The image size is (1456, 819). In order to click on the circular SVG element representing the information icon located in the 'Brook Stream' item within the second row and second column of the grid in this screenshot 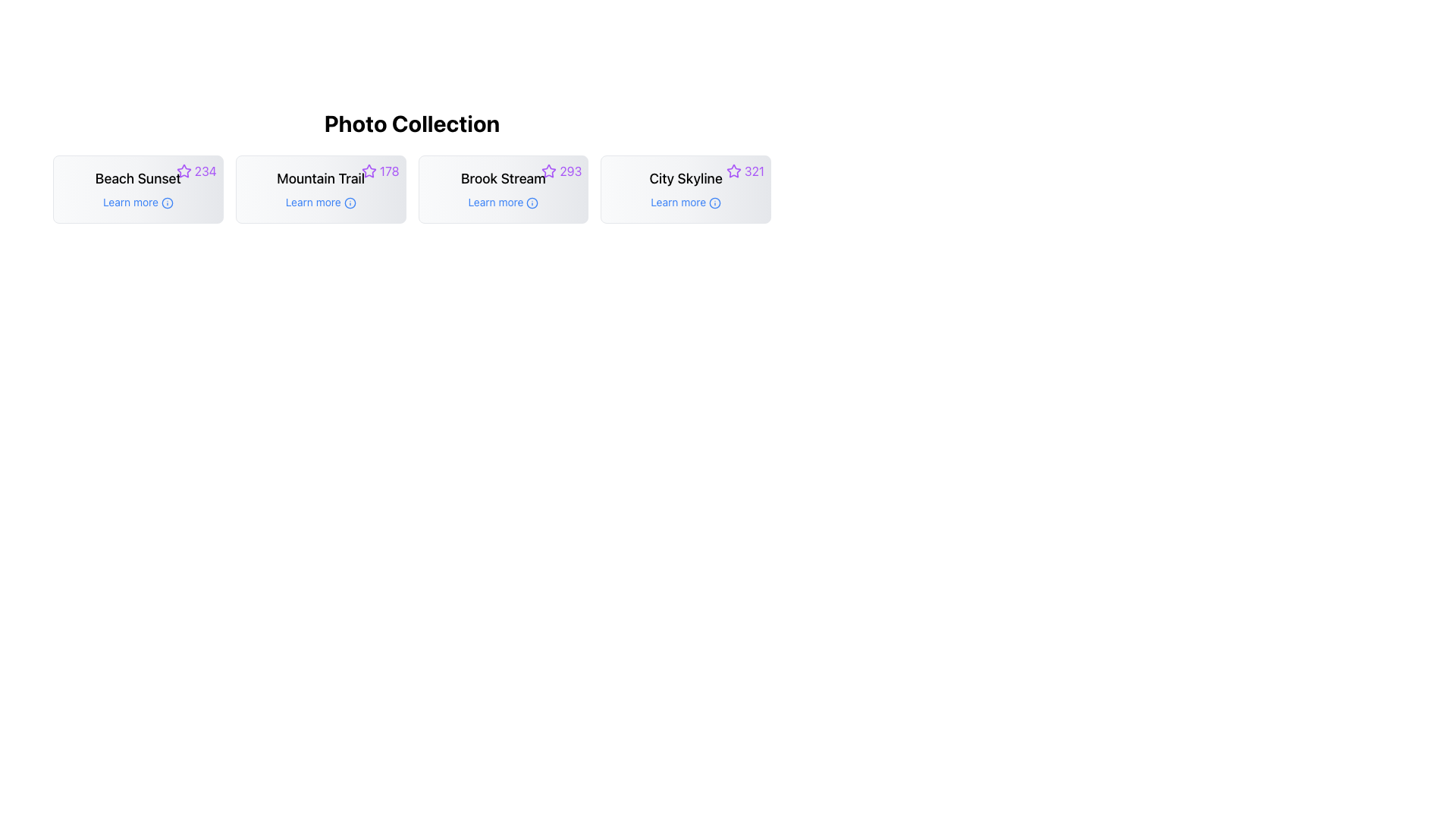, I will do `click(532, 202)`.